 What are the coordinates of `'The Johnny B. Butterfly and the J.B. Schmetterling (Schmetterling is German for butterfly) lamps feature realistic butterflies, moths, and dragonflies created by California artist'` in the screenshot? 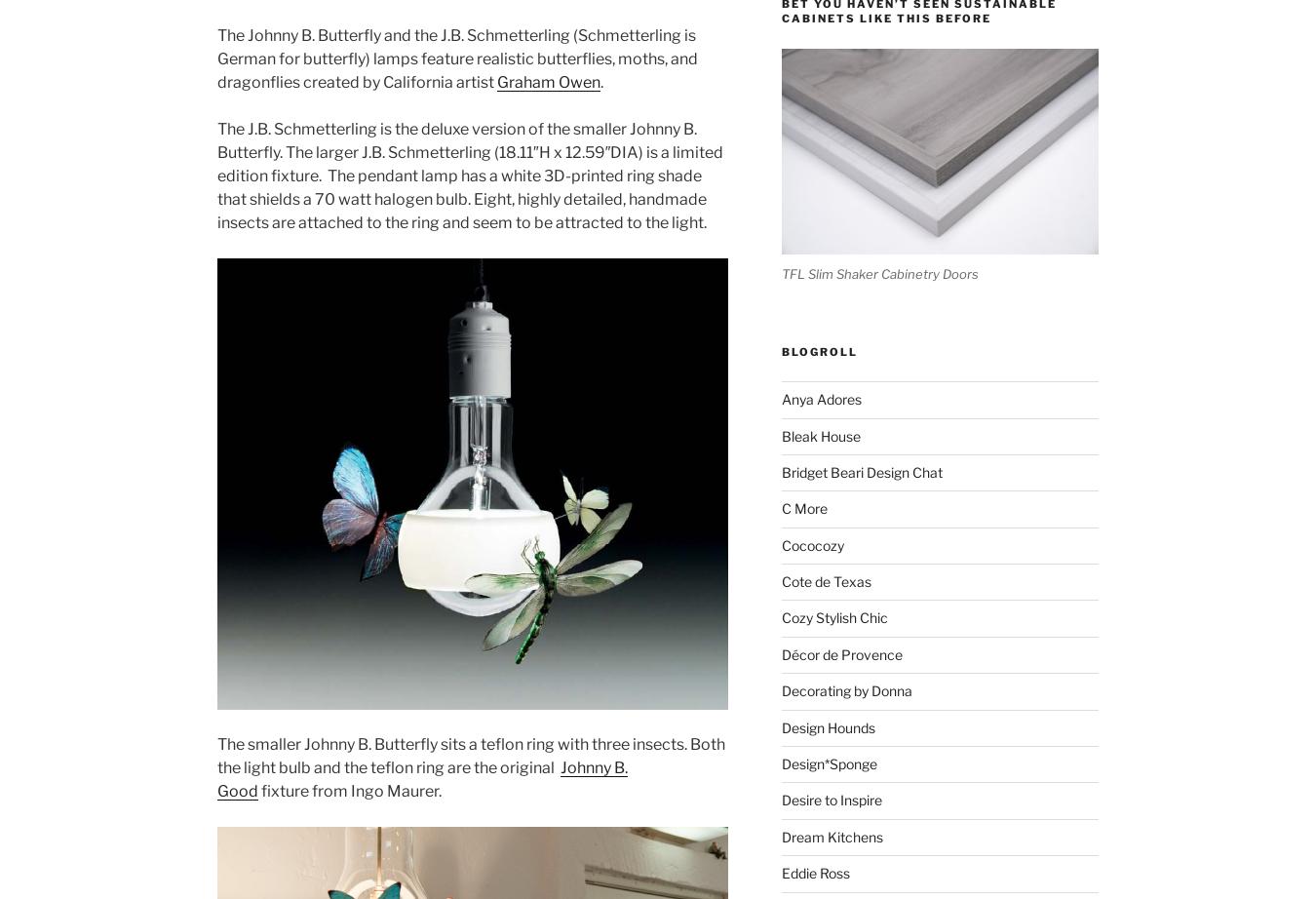 It's located at (456, 59).